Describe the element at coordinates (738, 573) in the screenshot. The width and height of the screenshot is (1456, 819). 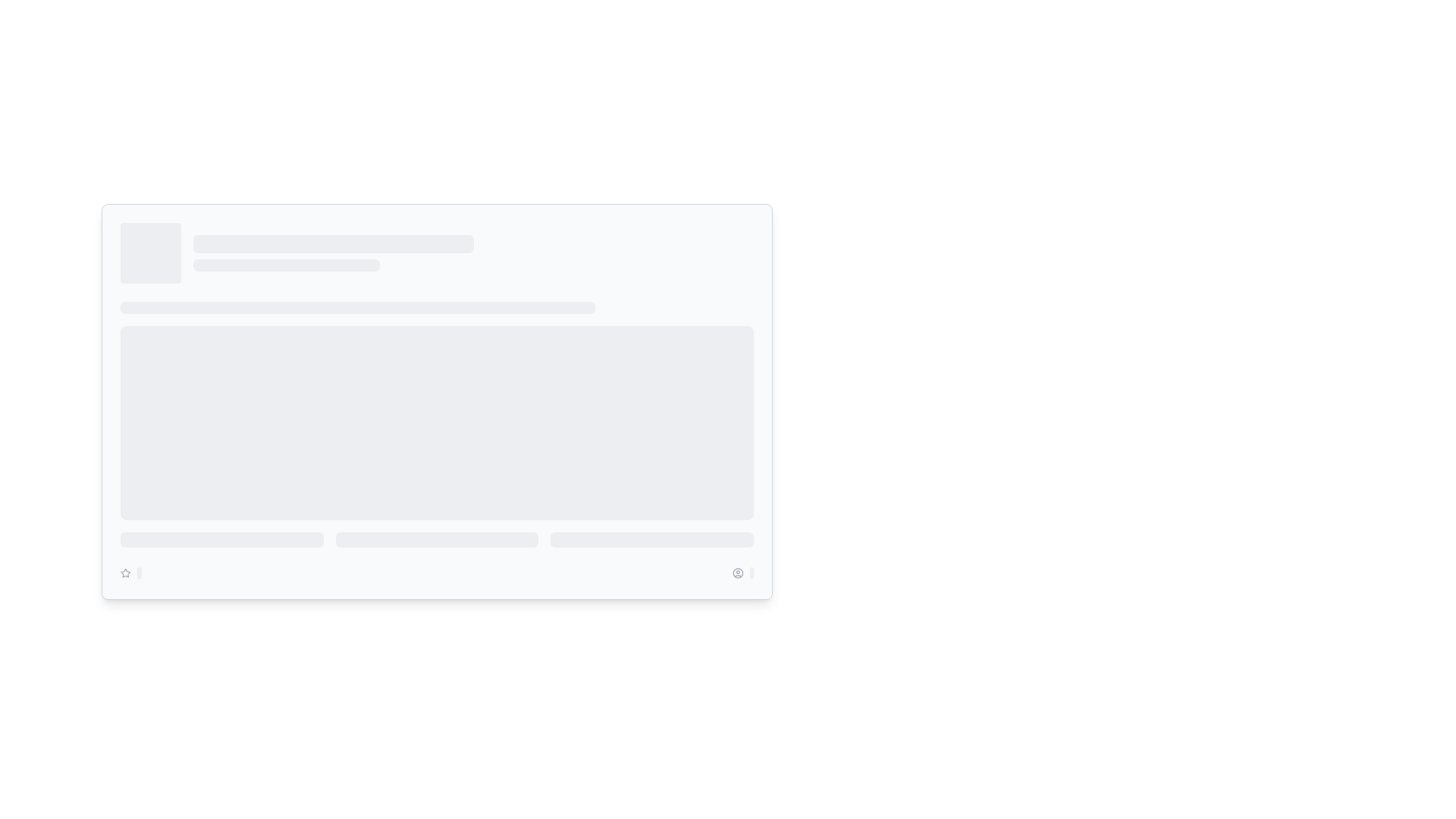
I see `the innermost decorative graphical circle located in the bottom-right corner of the interface, which is part of a user profile SVG icon` at that location.